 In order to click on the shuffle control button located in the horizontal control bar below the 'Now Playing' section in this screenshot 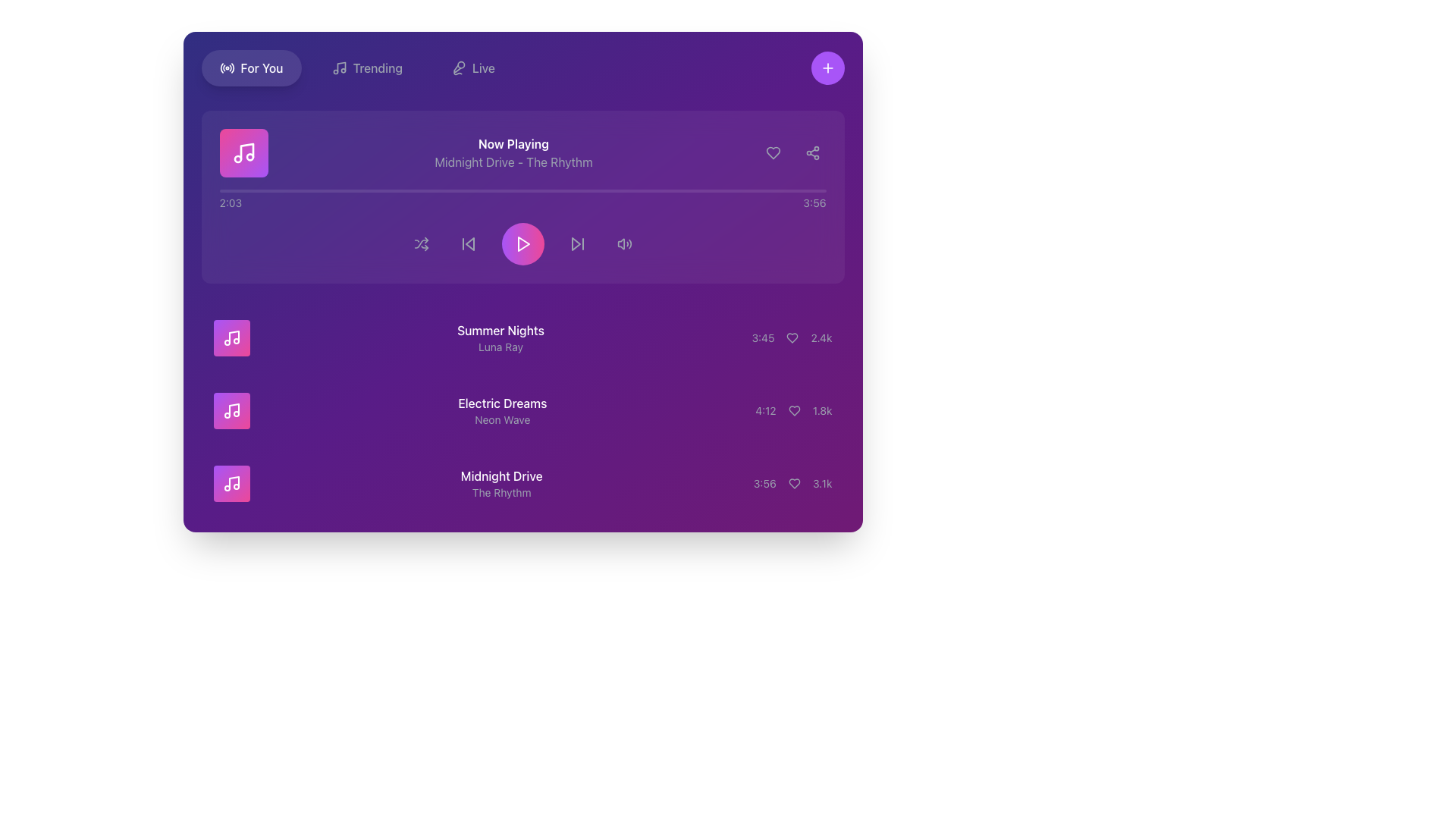, I will do `click(421, 243)`.